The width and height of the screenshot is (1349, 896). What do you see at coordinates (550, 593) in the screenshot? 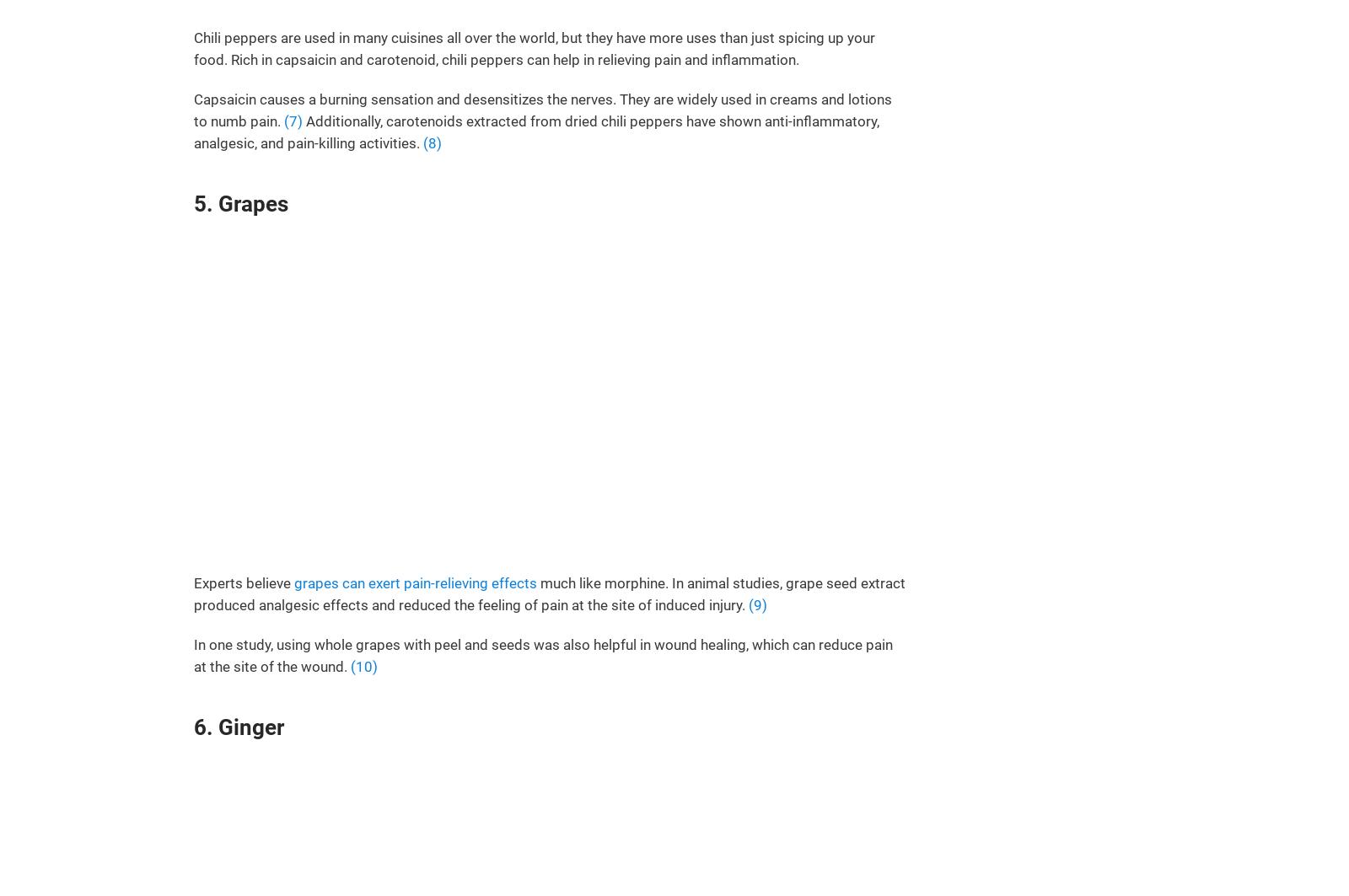
I see `'much like morphine. In animal studies, grape seed extract produced analgesic effects and reduced the feeling of pain at the site of induced injury.'` at bounding box center [550, 593].